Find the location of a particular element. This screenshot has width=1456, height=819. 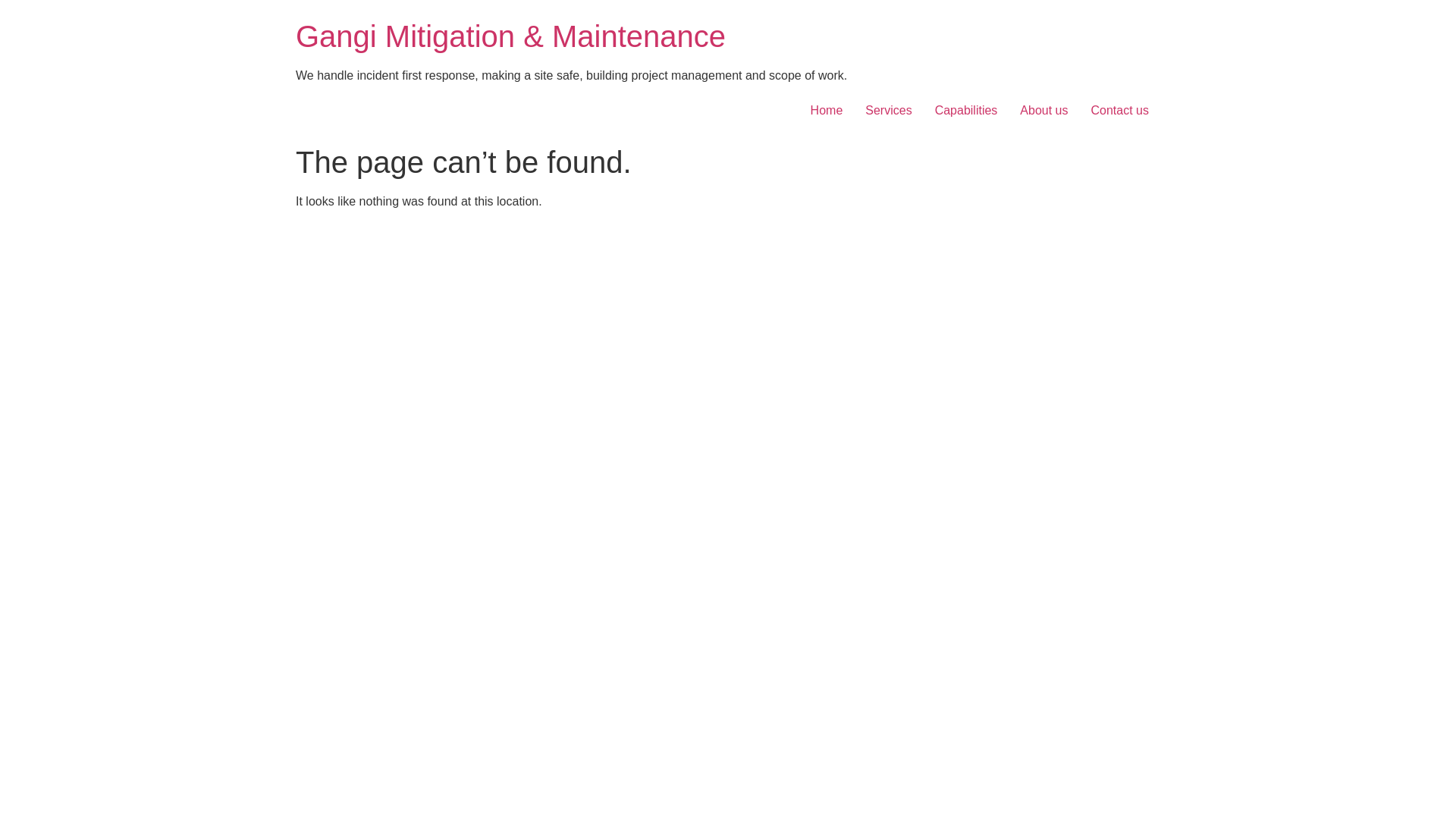

'Capabilities' is located at coordinates (923, 110).